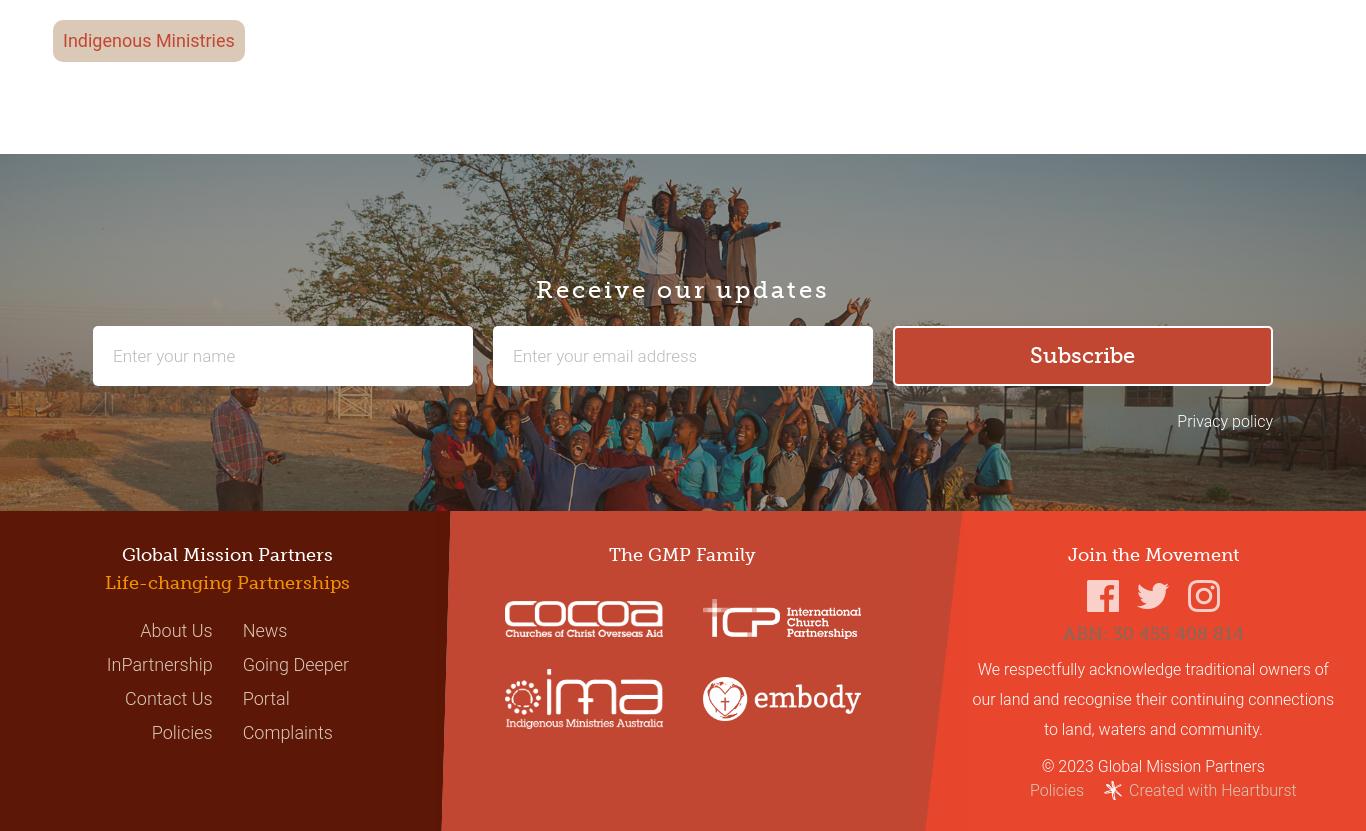  What do you see at coordinates (139, 629) in the screenshot?
I see `'About Us'` at bounding box center [139, 629].